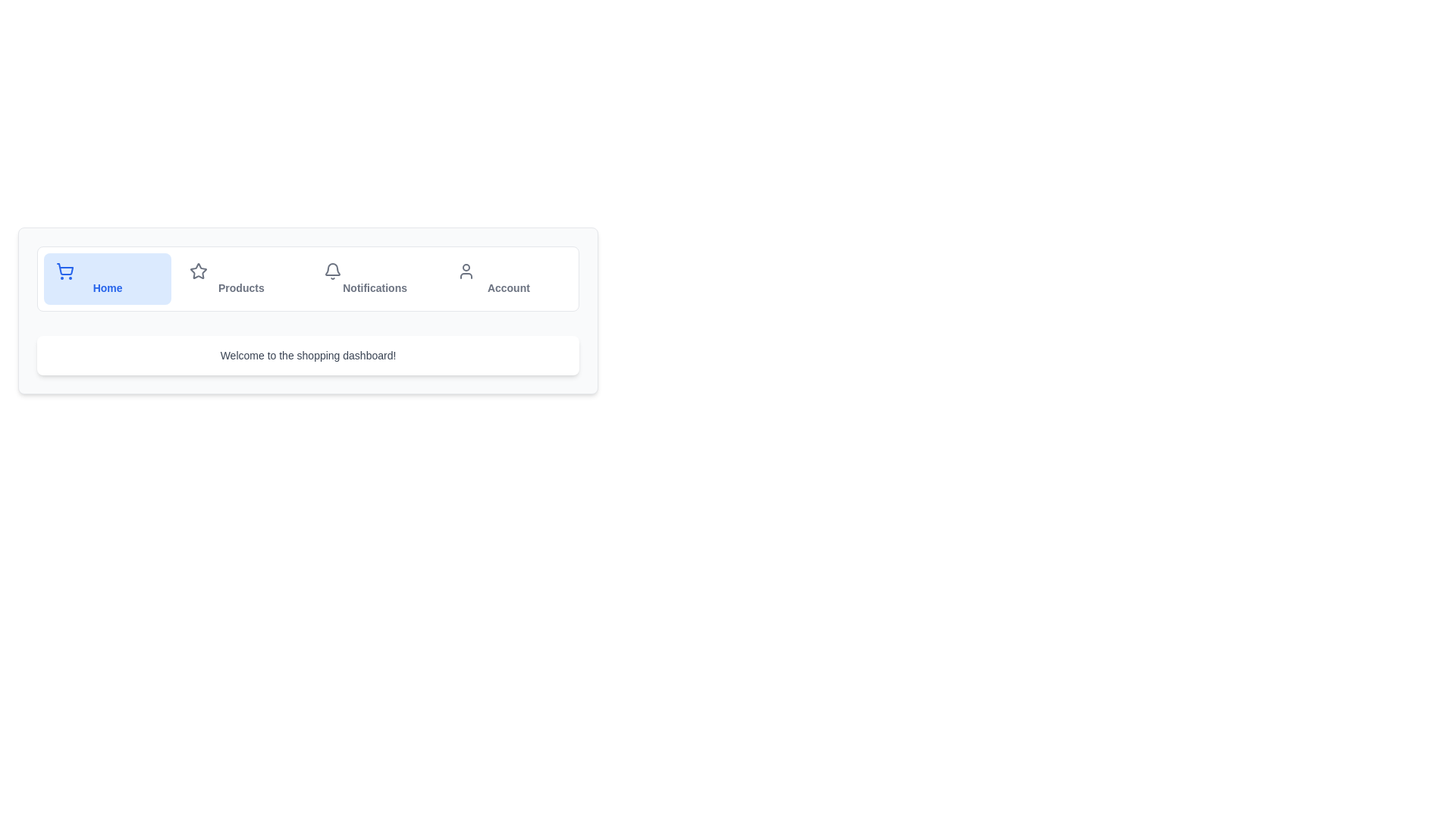  Describe the element at coordinates (198, 270) in the screenshot. I see `the second icon in the navigation bar, which represents a star icon used for rating or favoriting` at that location.